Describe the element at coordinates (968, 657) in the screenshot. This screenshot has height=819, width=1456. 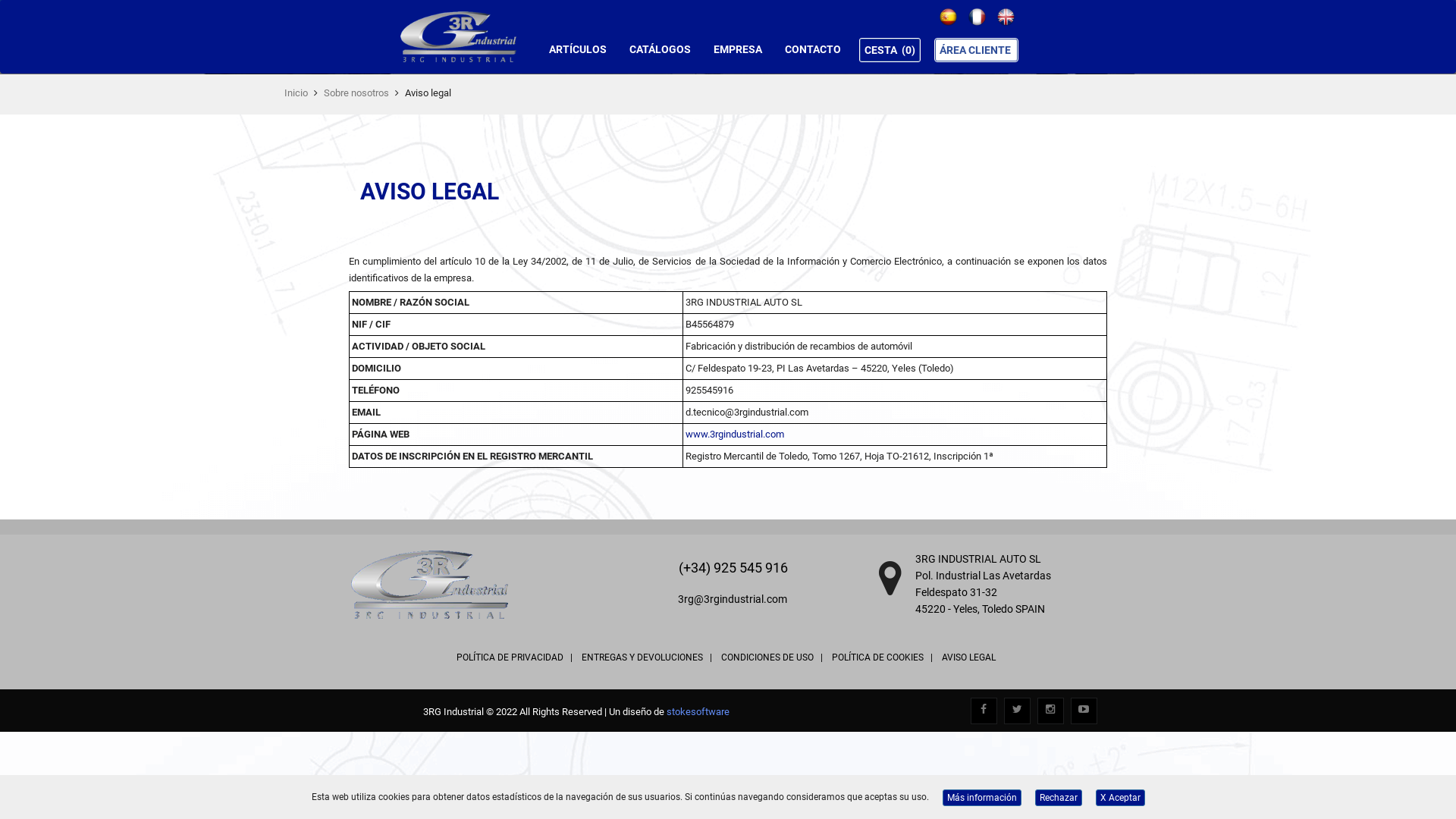
I see `'  AVISO LEGAL  '` at that location.